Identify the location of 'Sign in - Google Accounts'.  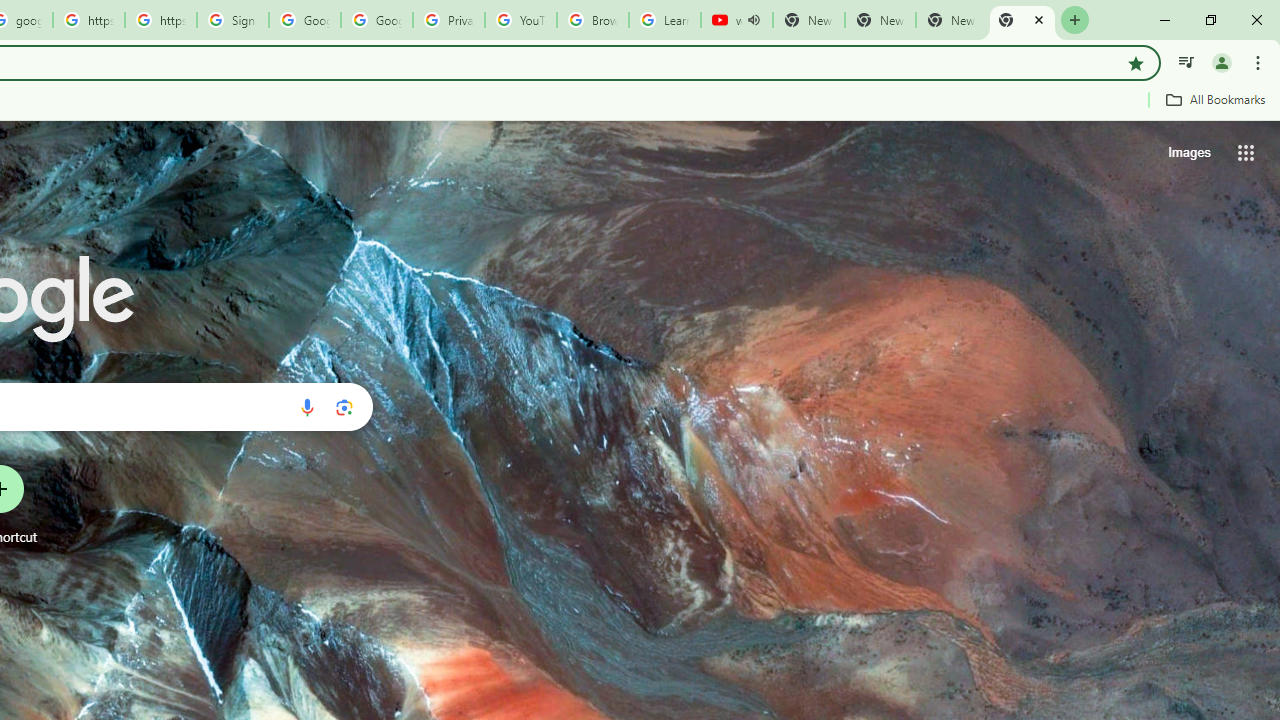
(232, 20).